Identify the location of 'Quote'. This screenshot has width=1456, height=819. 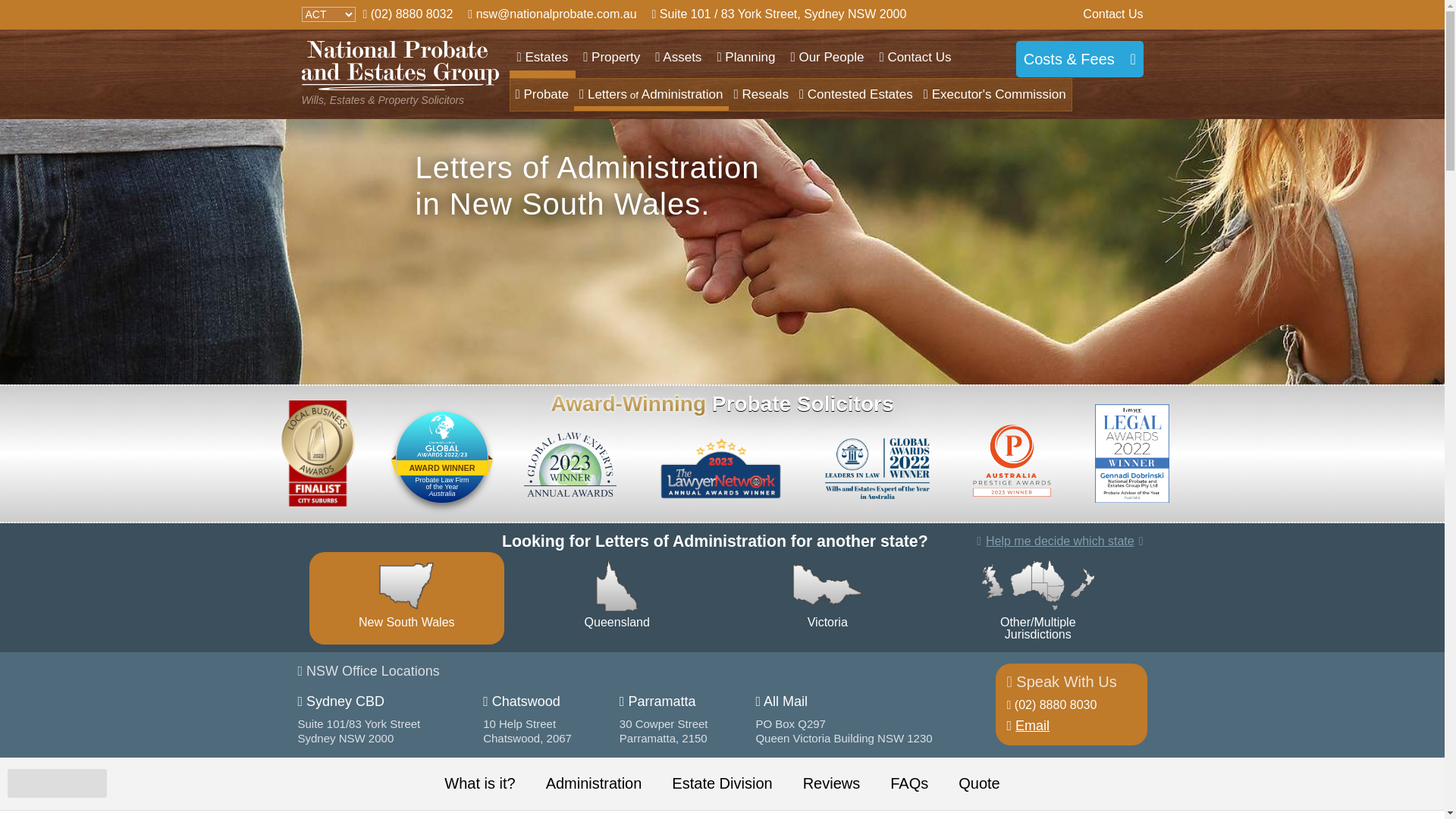
(979, 783).